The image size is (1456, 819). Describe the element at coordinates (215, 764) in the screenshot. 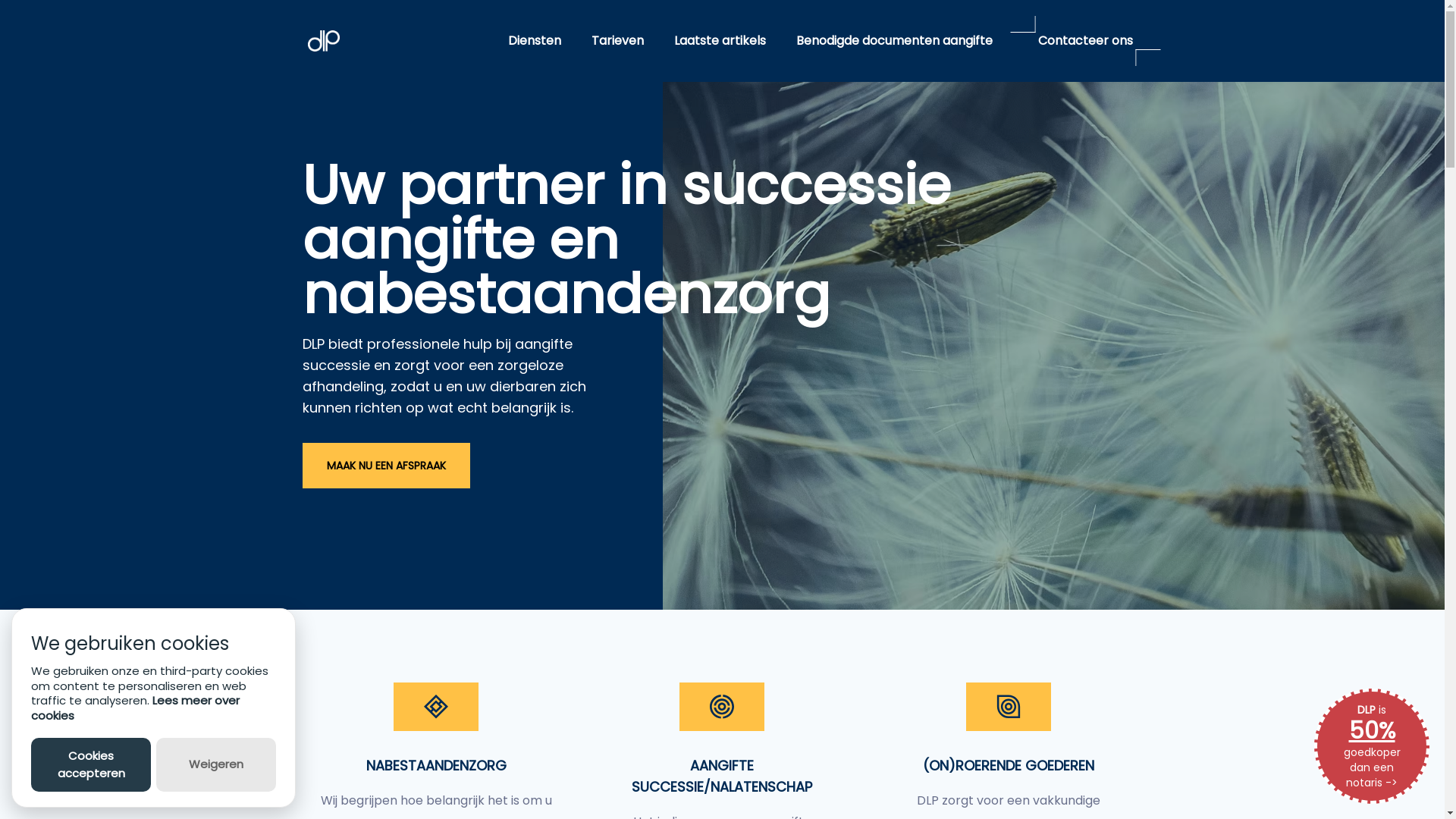

I see `'Weigeren'` at that location.